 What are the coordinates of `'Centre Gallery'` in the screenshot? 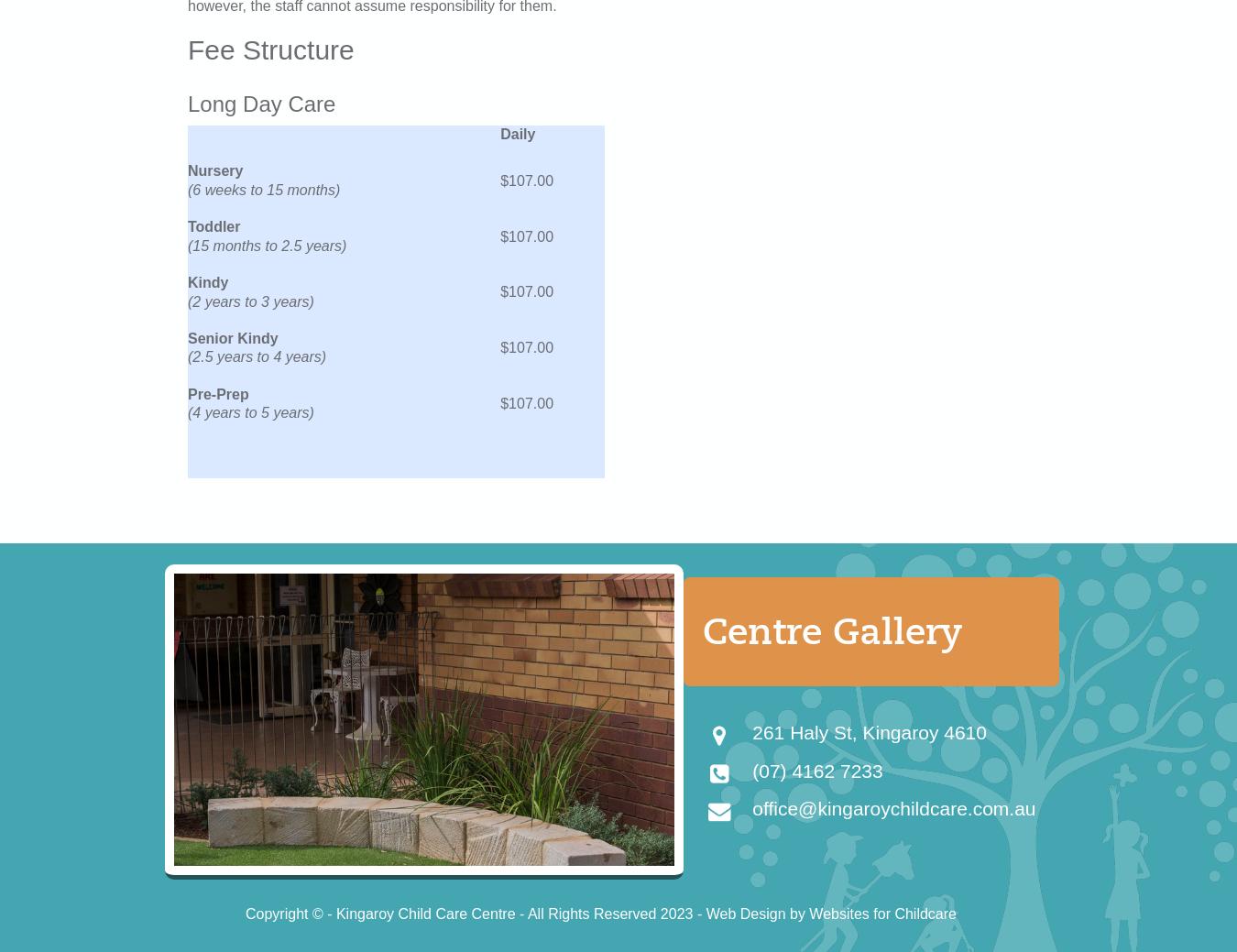 It's located at (700, 630).